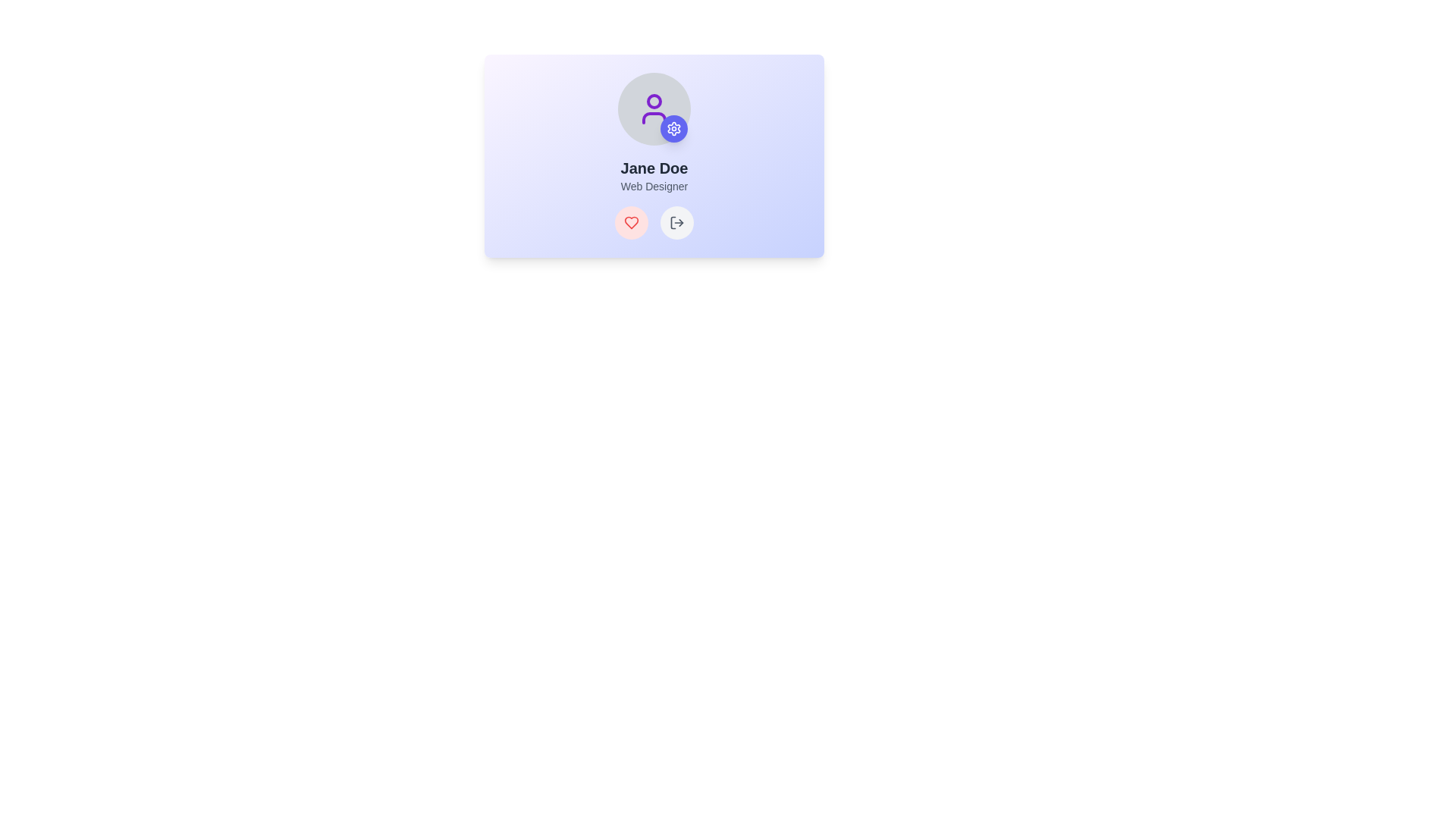 This screenshot has width=1456, height=819. What do you see at coordinates (654, 174) in the screenshot?
I see `text description displayed in the Text Display element, which is centrally located below a circular icon and above interactive buttons` at bounding box center [654, 174].